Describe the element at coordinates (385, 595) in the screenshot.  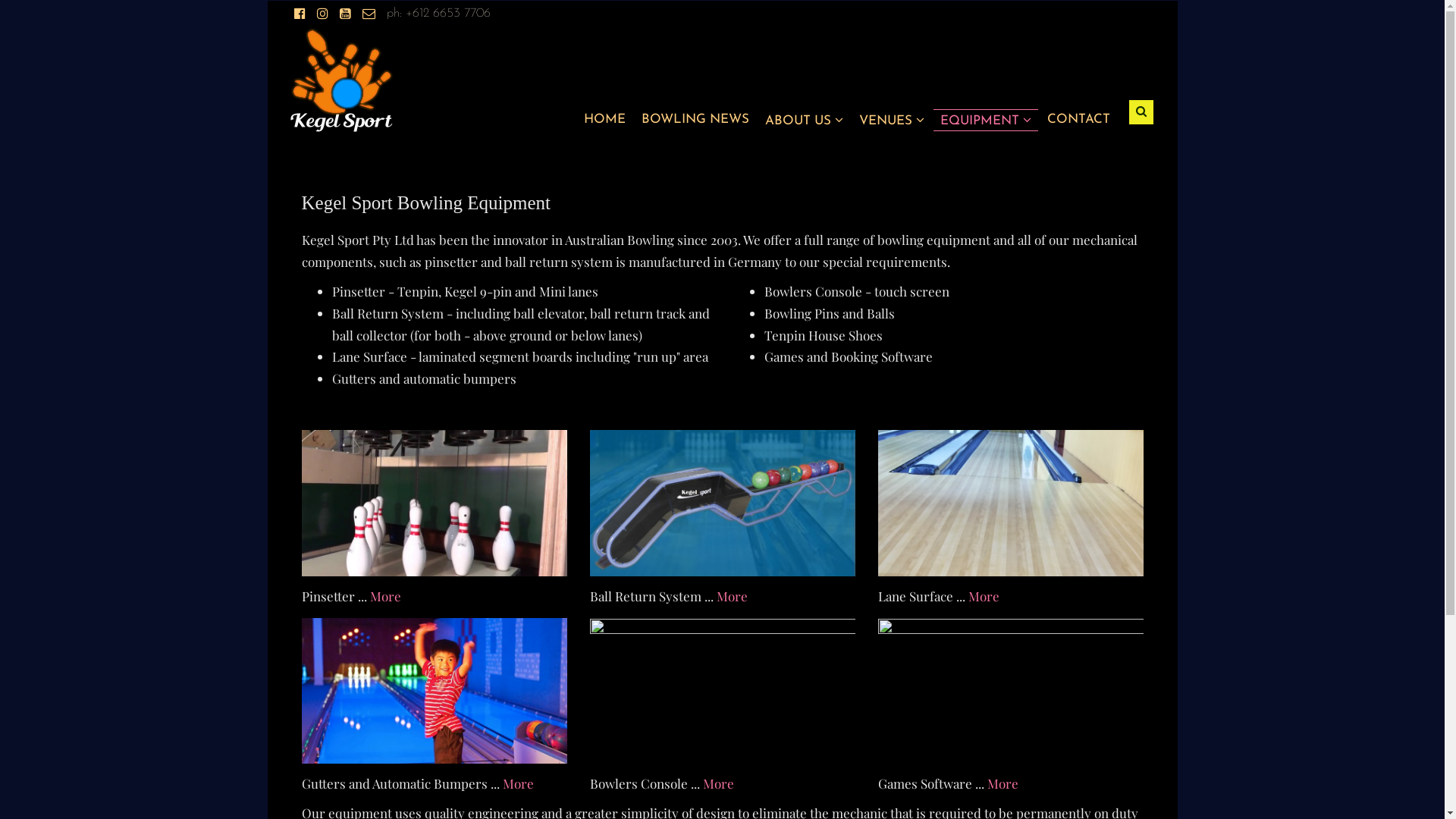
I see `'More'` at that location.